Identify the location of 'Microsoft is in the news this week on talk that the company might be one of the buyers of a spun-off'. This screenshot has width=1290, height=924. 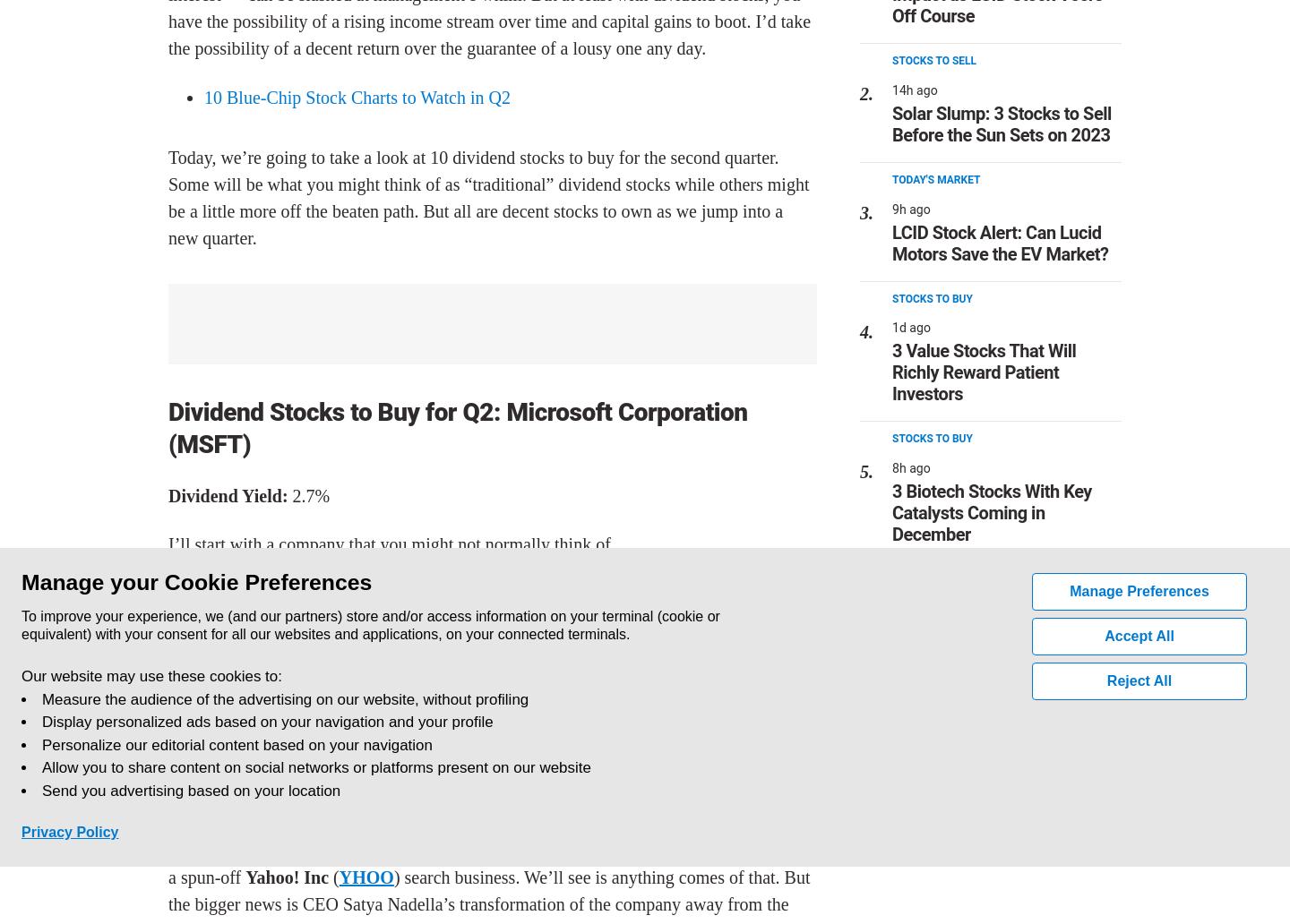
(489, 863).